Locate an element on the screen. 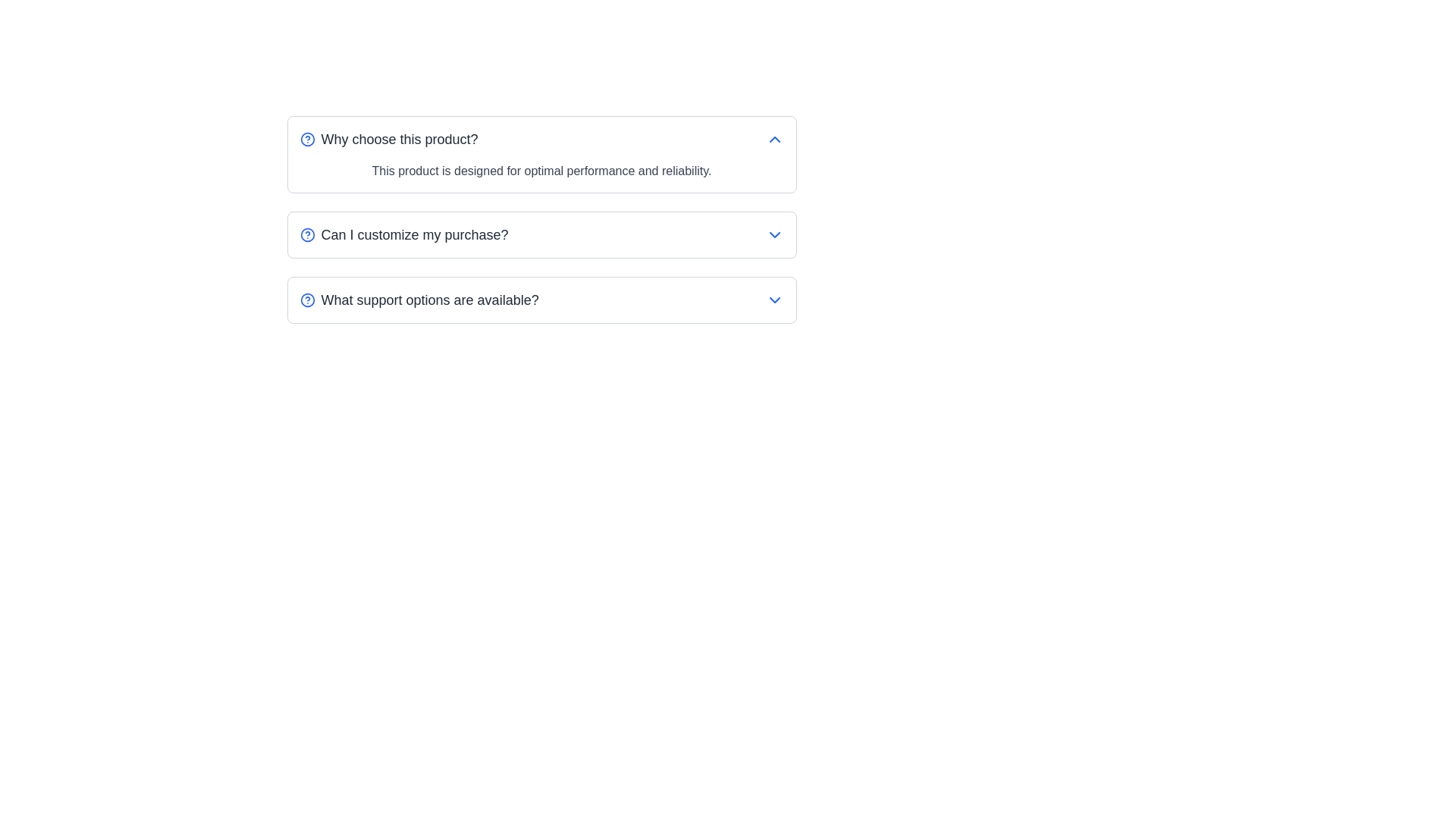  the descriptive text label located in the expanded section of the 'Why choose this product?' dropdown, which provides additional context about the product's advantages is located at coordinates (541, 165).